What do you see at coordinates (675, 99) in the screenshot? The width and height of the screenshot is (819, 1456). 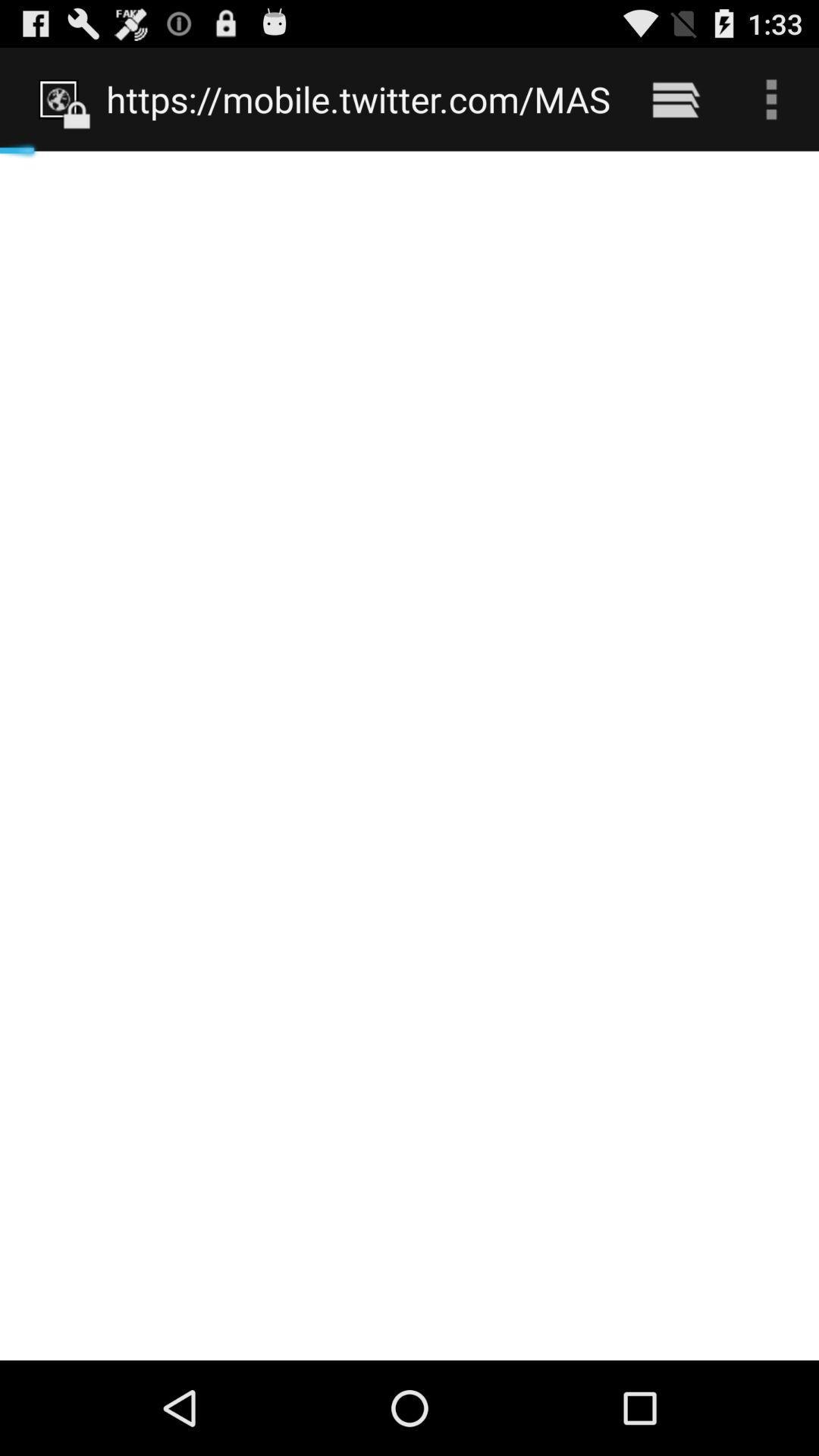 I see `icon to the right of the https mobile twitter` at bounding box center [675, 99].